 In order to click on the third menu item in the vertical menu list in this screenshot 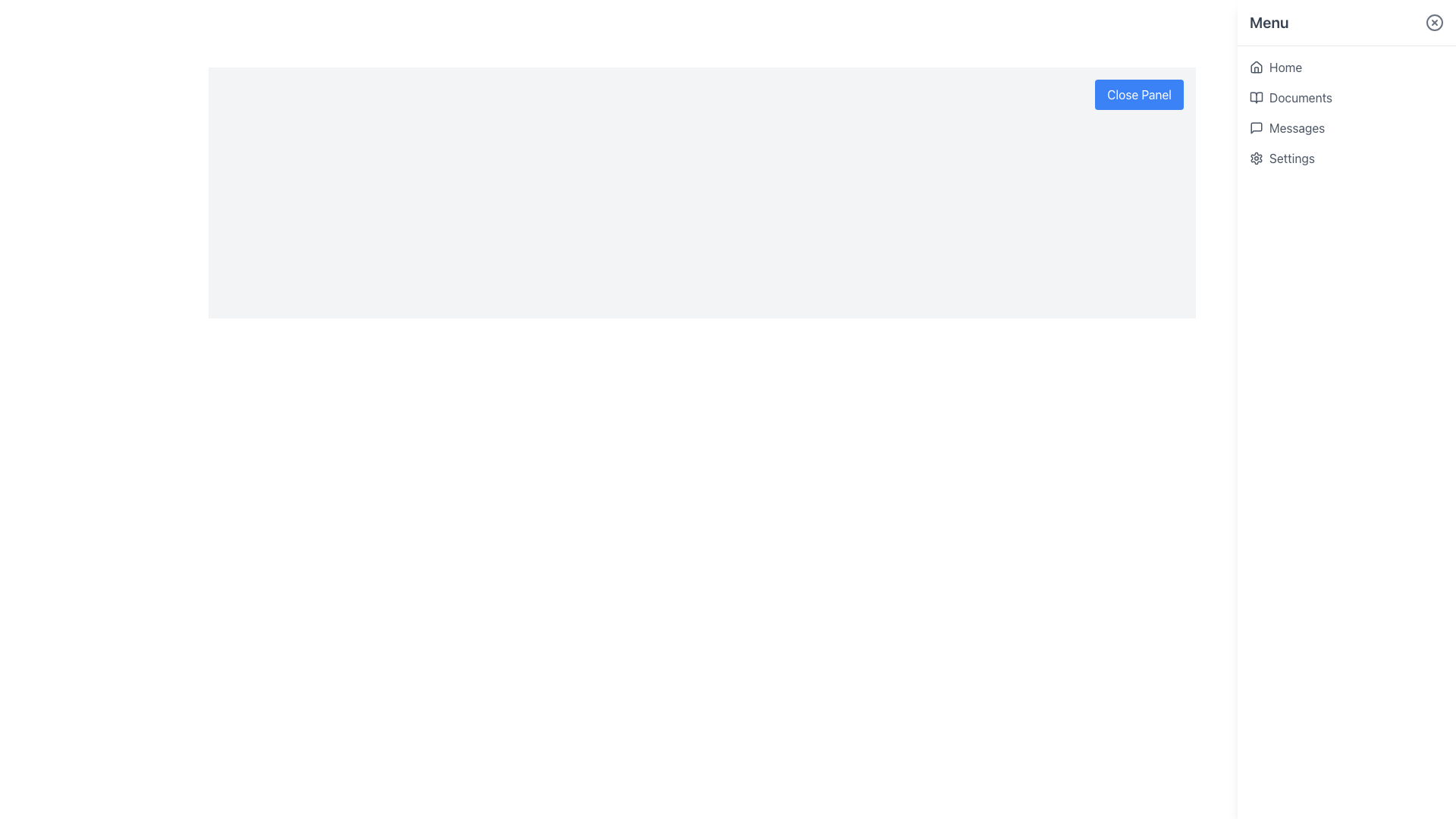, I will do `click(1347, 112)`.